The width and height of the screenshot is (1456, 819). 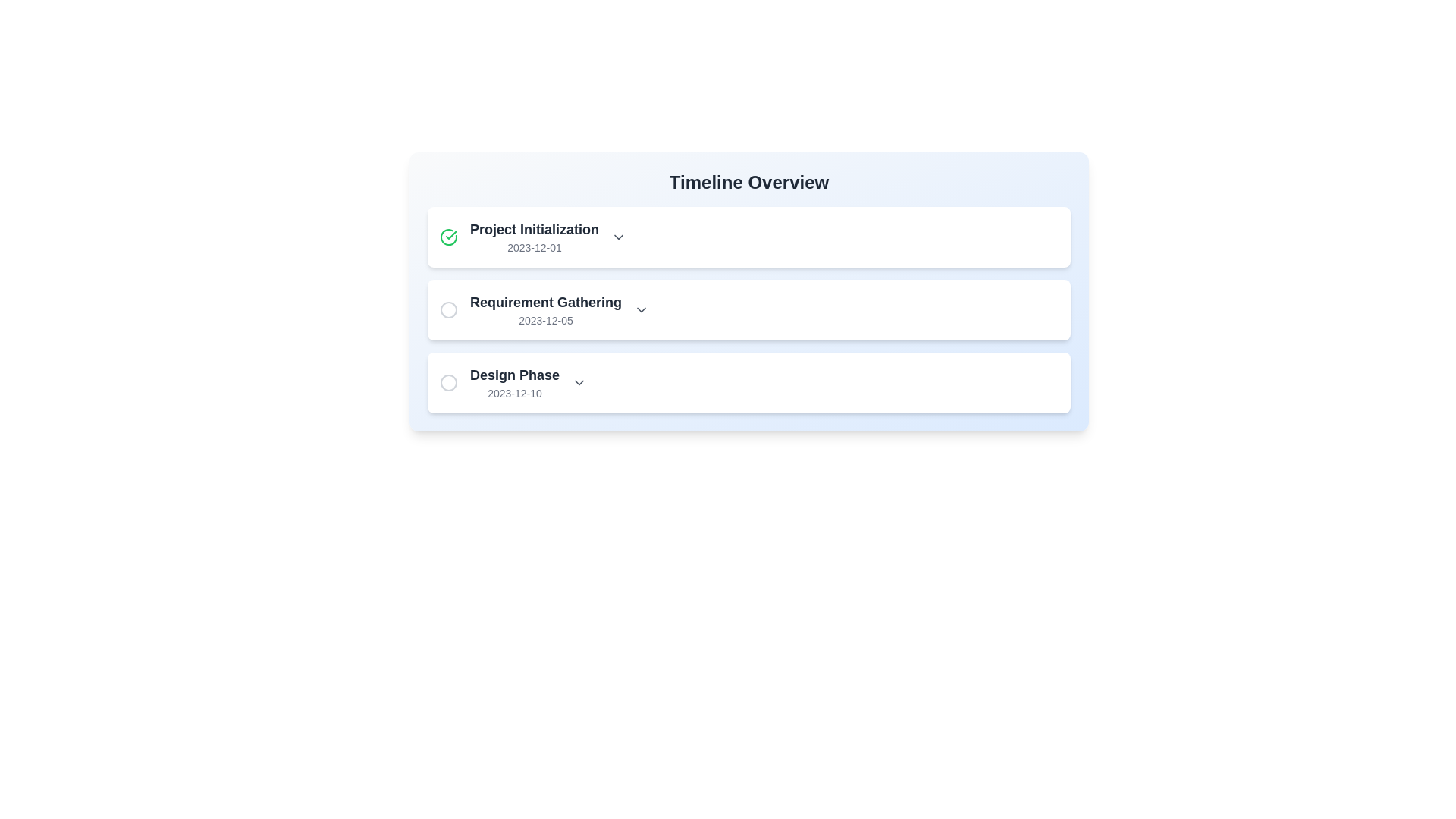 What do you see at coordinates (578, 382) in the screenshot?
I see `the chevron-down icon located to the far right of the 'Design Phase' text` at bounding box center [578, 382].